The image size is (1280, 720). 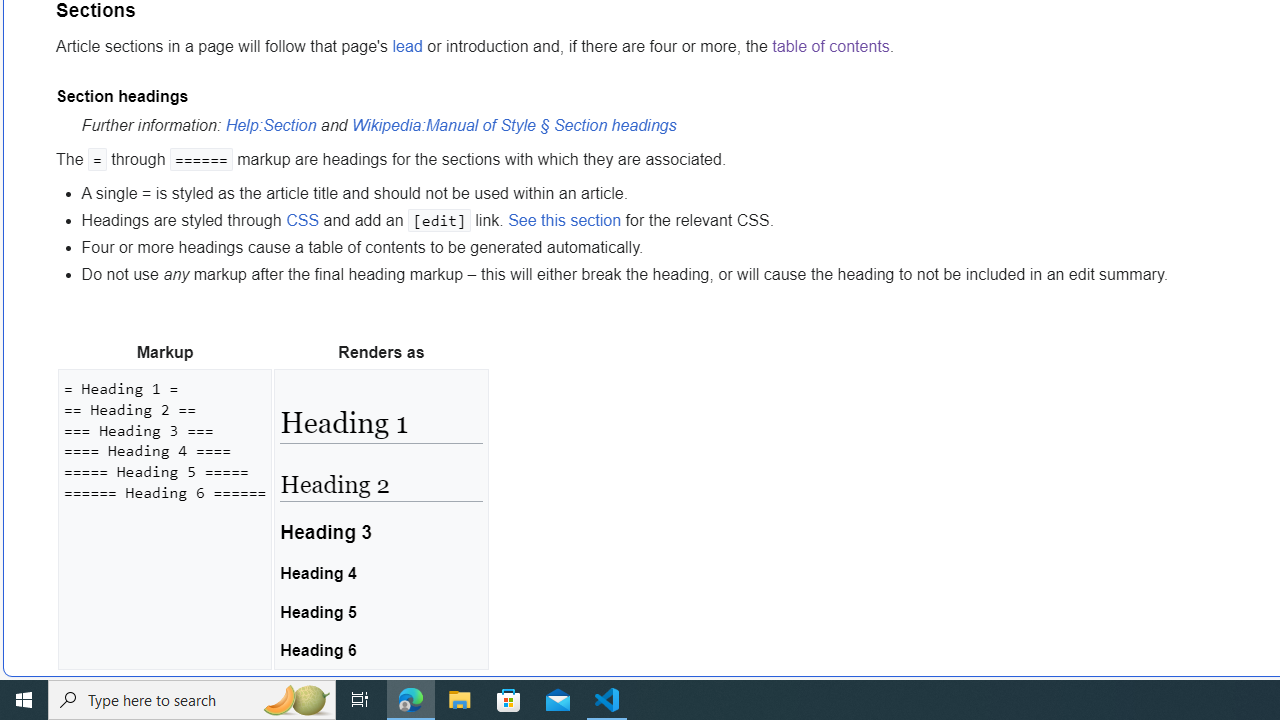 What do you see at coordinates (830, 46) in the screenshot?
I see `'table of contents'` at bounding box center [830, 46].